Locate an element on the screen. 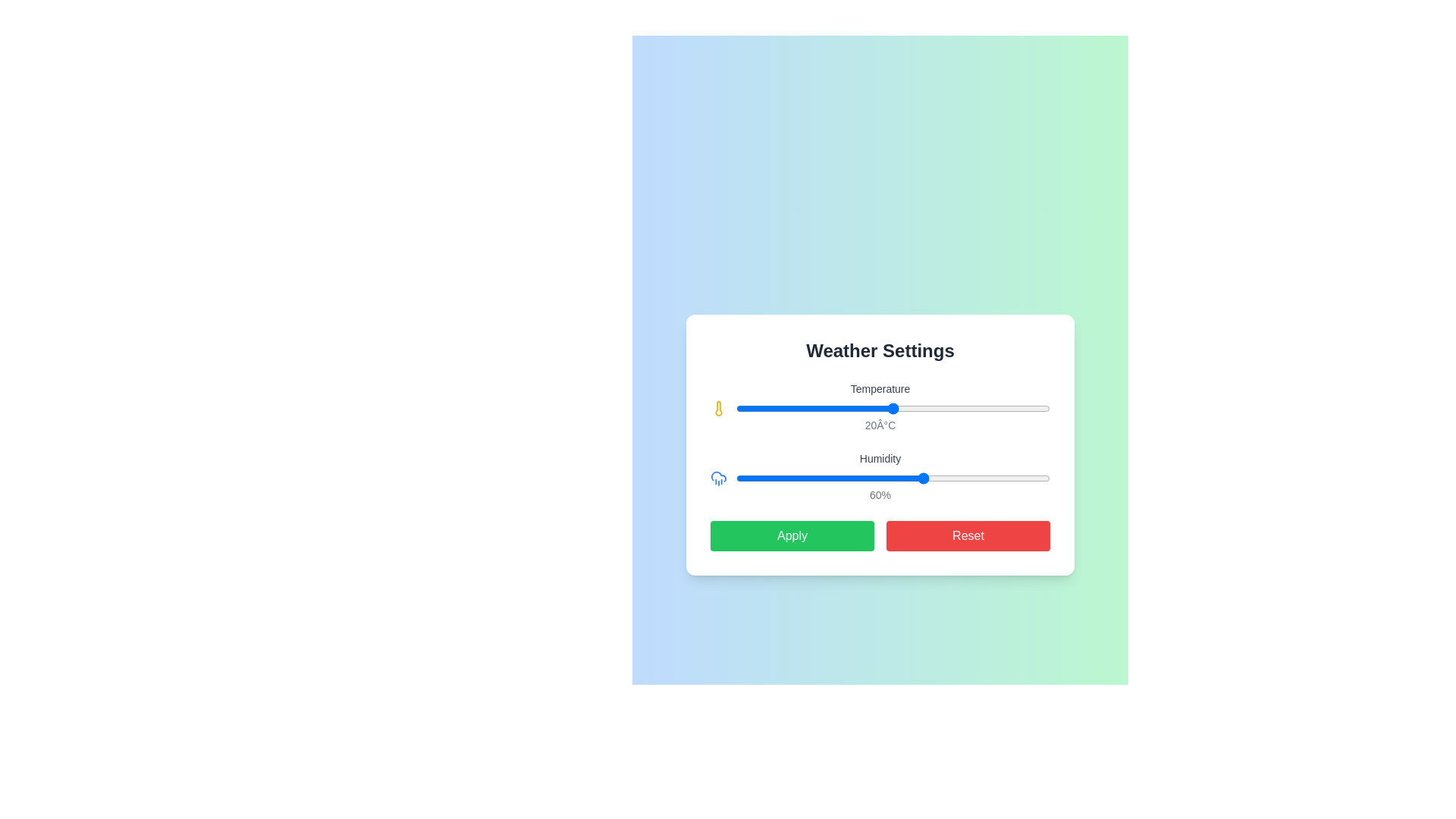 The height and width of the screenshot is (819, 1456). humidity is located at coordinates (1028, 479).